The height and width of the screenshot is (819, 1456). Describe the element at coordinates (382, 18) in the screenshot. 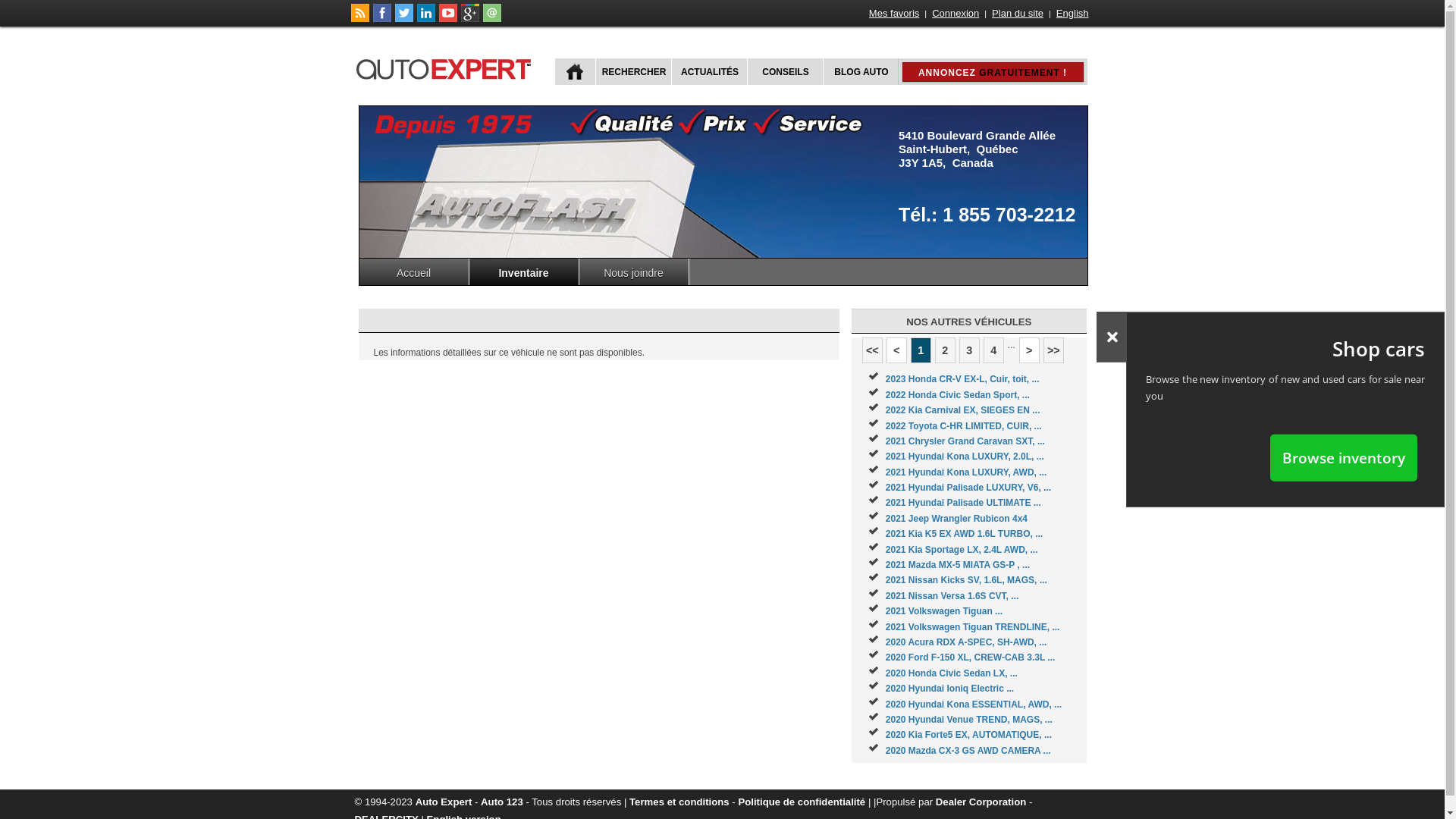

I see `'Suivez autoExpert.ca sur Facebook'` at that location.